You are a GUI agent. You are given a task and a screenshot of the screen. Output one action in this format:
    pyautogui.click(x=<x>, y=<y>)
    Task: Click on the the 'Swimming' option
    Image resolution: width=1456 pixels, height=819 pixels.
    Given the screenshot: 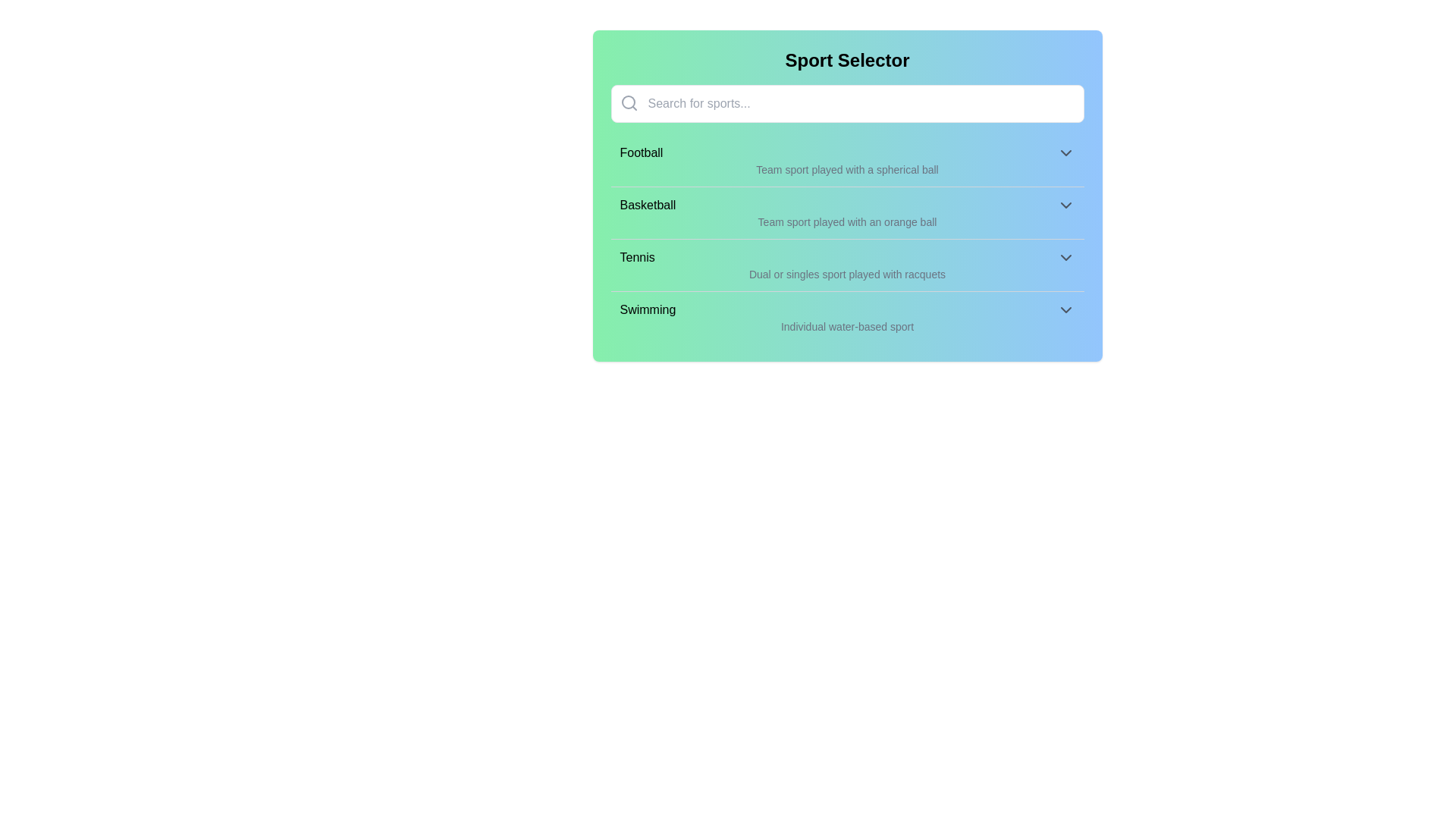 What is the action you would take?
    pyautogui.click(x=846, y=309)
    